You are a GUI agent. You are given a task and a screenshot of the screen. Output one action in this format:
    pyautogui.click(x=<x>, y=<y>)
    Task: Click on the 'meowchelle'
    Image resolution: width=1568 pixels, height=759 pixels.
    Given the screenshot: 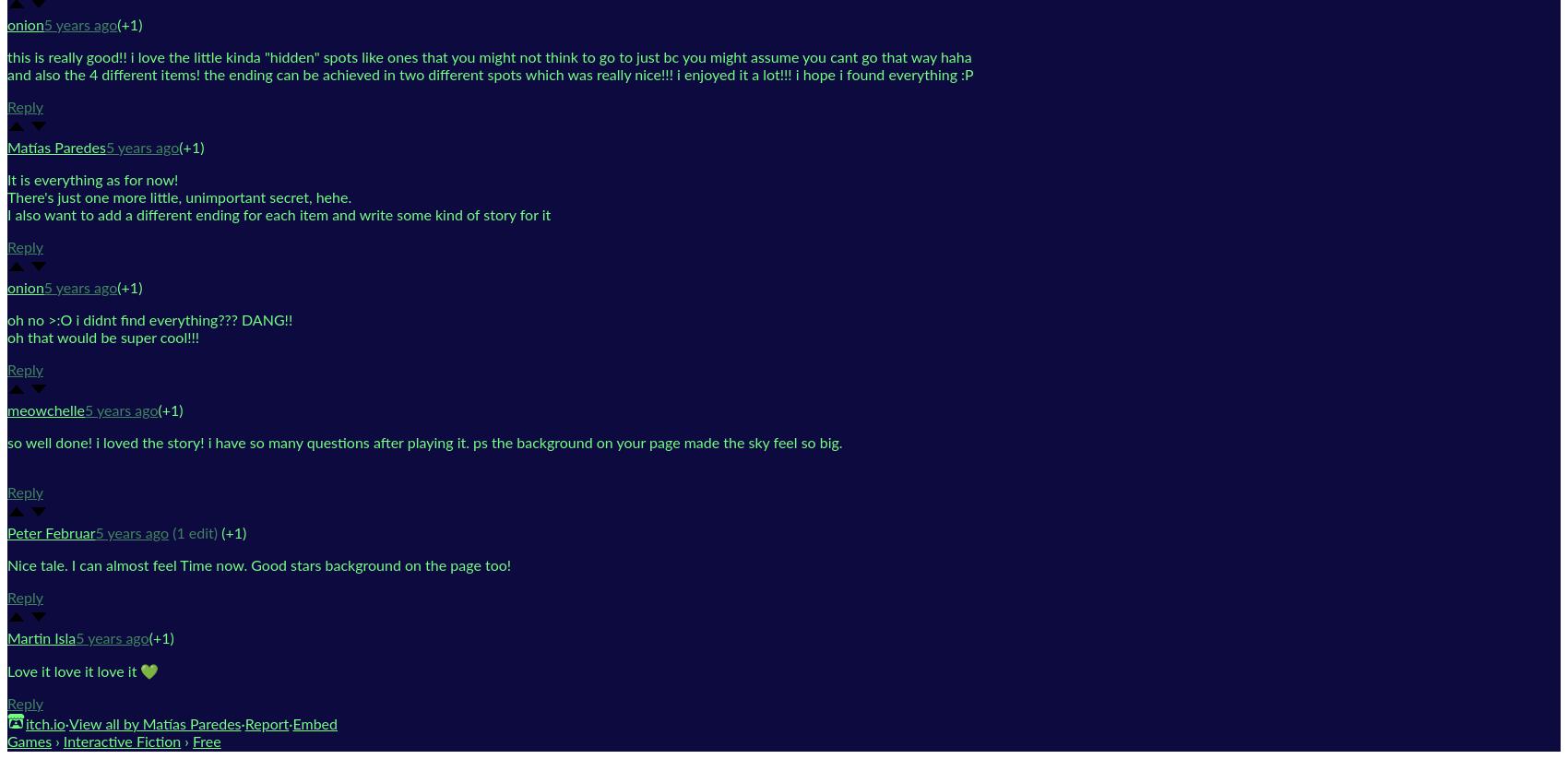 What is the action you would take?
    pyautogui.click(x=45, y=409)
    